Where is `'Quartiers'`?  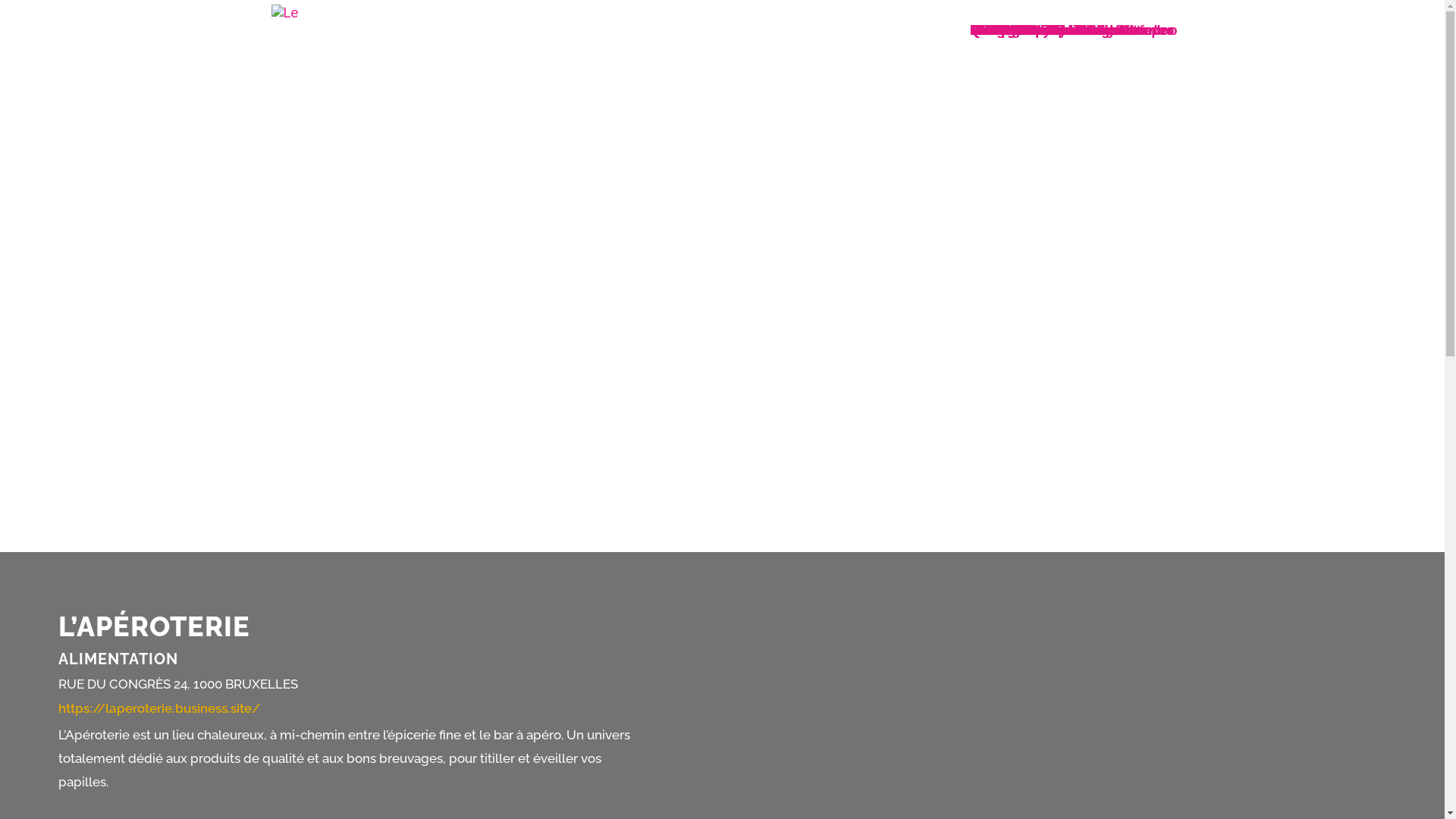 'Quartiers' is located at coordinates (1000, 30).